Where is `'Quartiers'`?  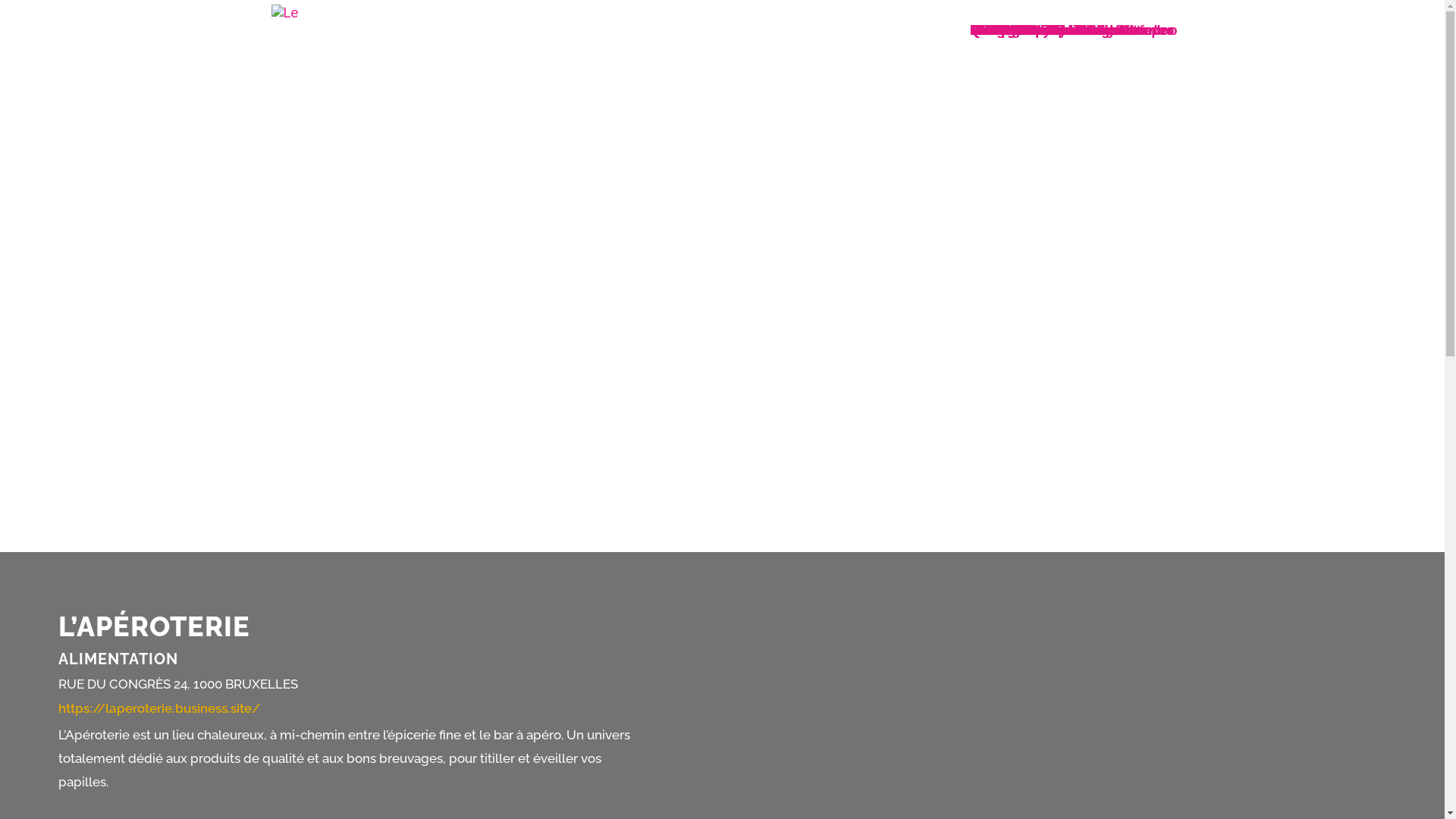 'Quartiers' is located at coordinates (1000, 30).